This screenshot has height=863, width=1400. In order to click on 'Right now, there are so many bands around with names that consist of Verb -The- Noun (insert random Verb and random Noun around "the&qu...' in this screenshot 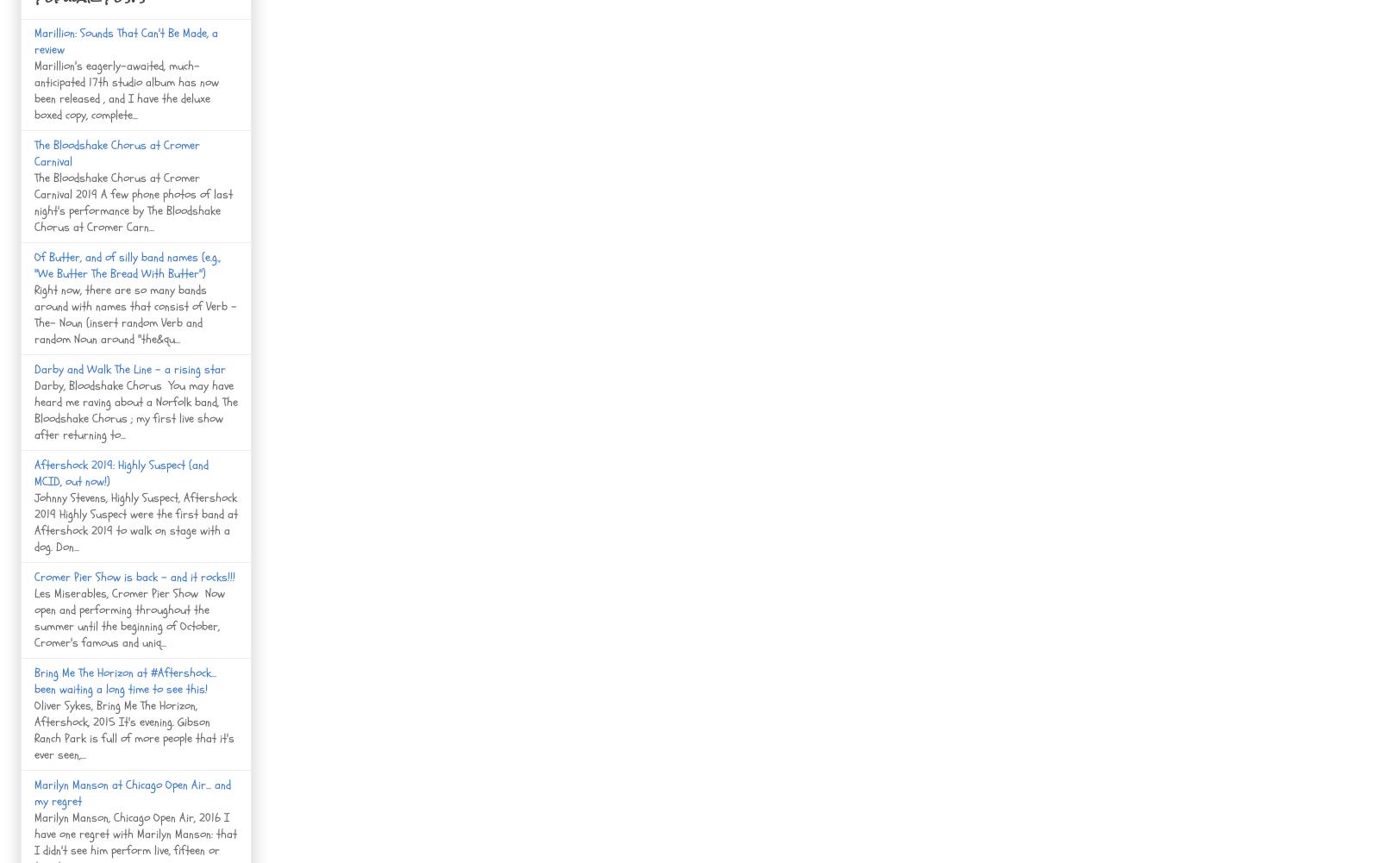, I will do `click(135, 312)`.